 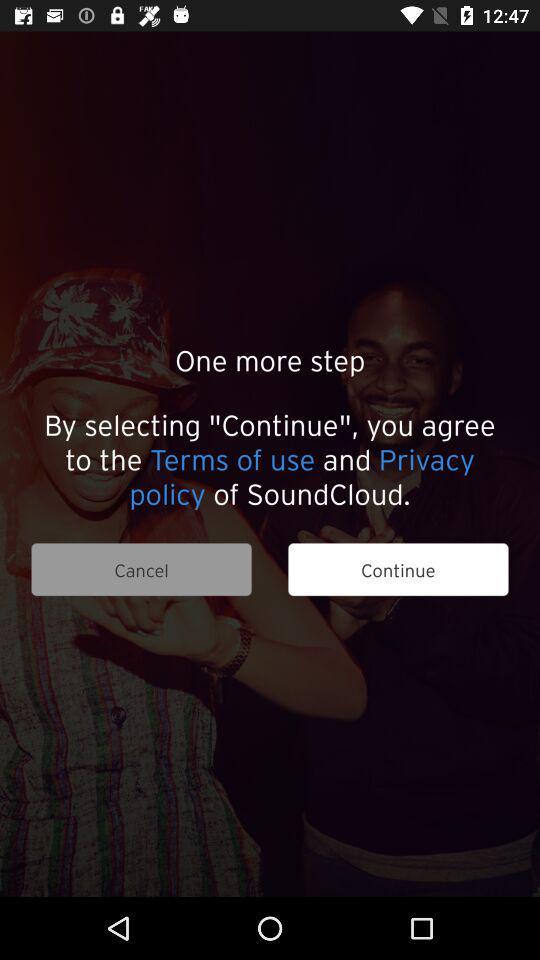 What do you see at coordinates (270, 458) in the screenshot?
I see `by selecting continue` at bounding box center [270, 458].